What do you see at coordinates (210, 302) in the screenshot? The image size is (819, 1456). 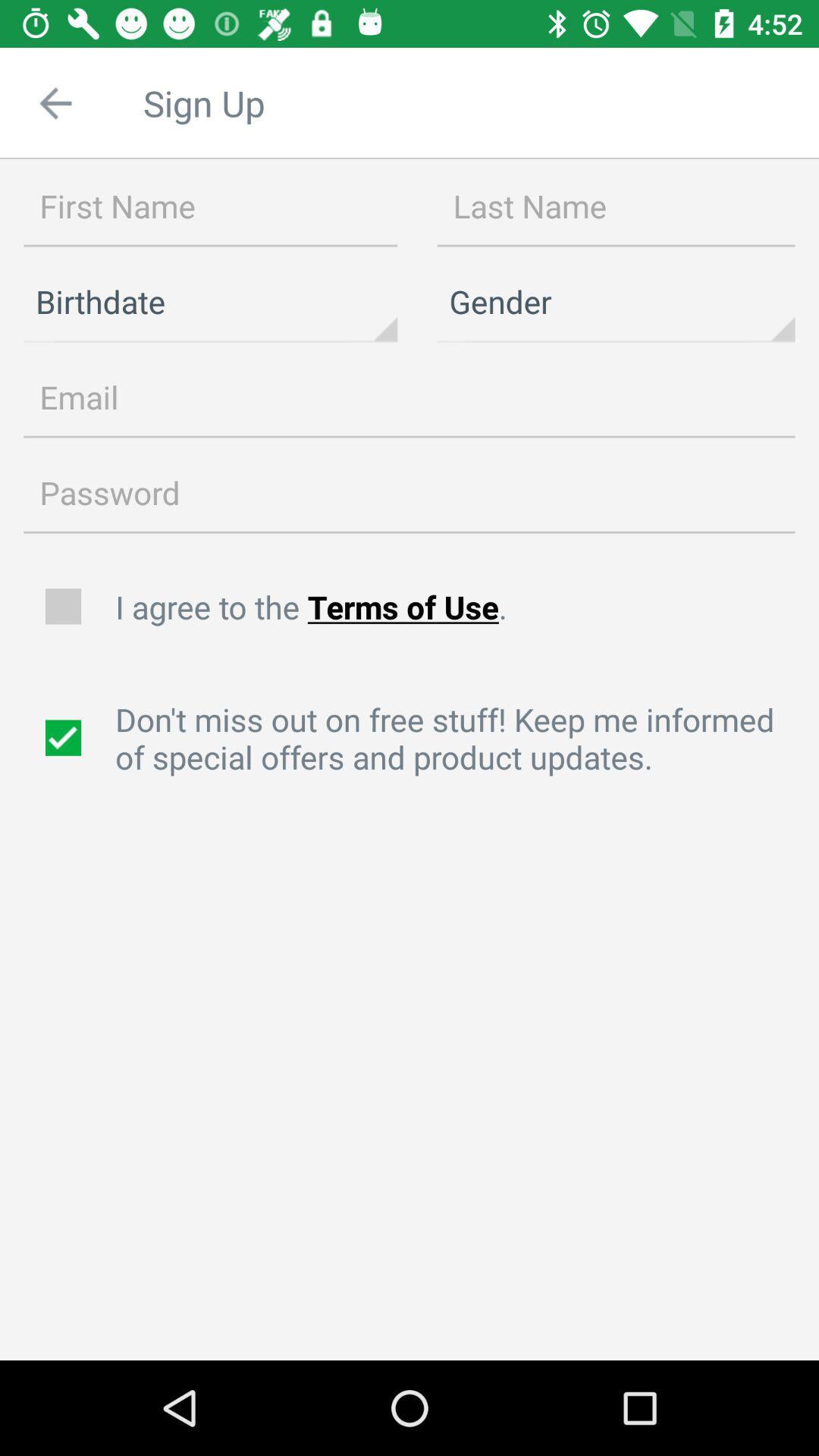 I see `the birthdate` at bounding box center [210, 302].